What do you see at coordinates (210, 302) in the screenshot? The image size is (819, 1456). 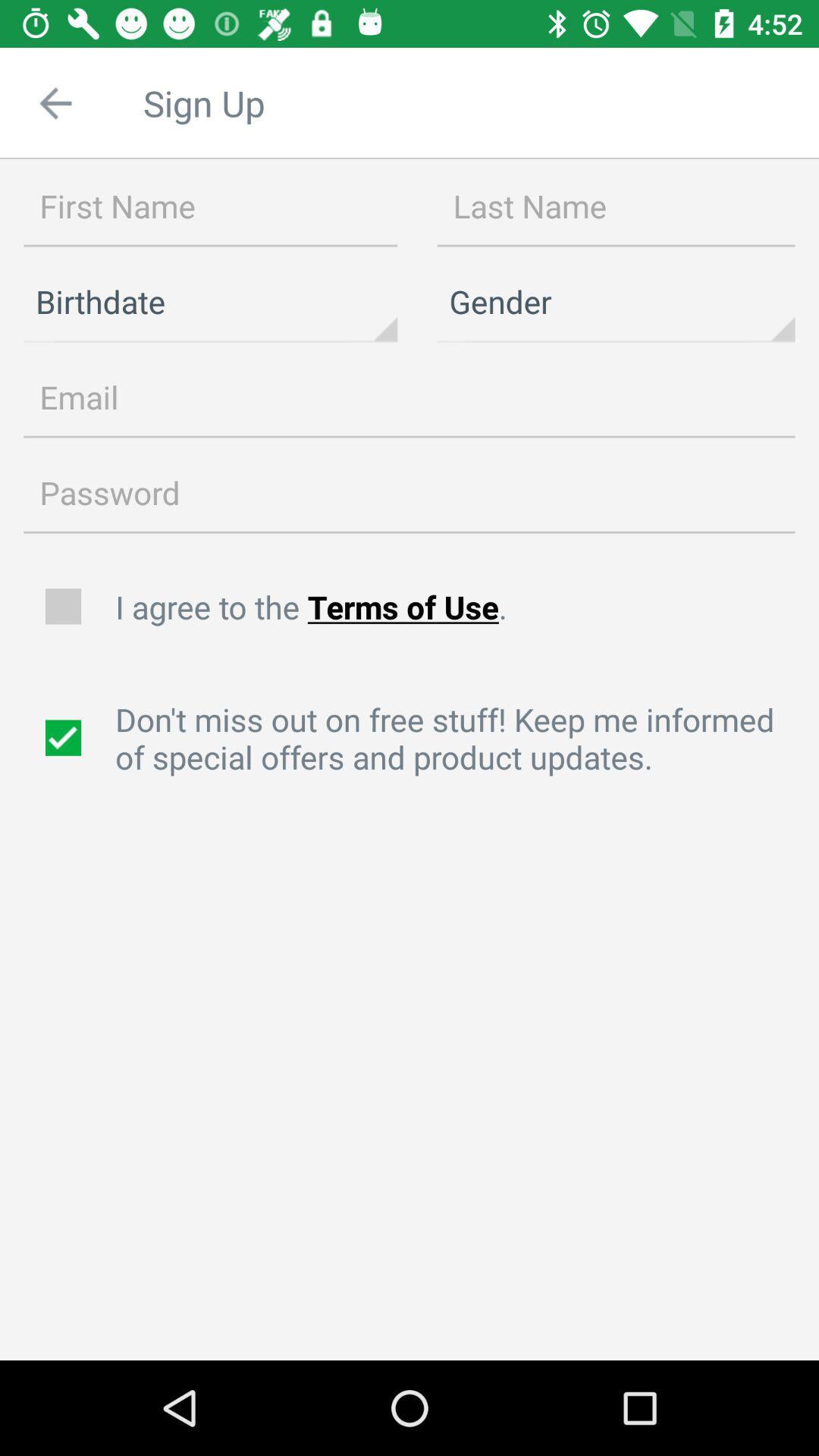 I see `the birthdate` at bounding box center [210, 302].